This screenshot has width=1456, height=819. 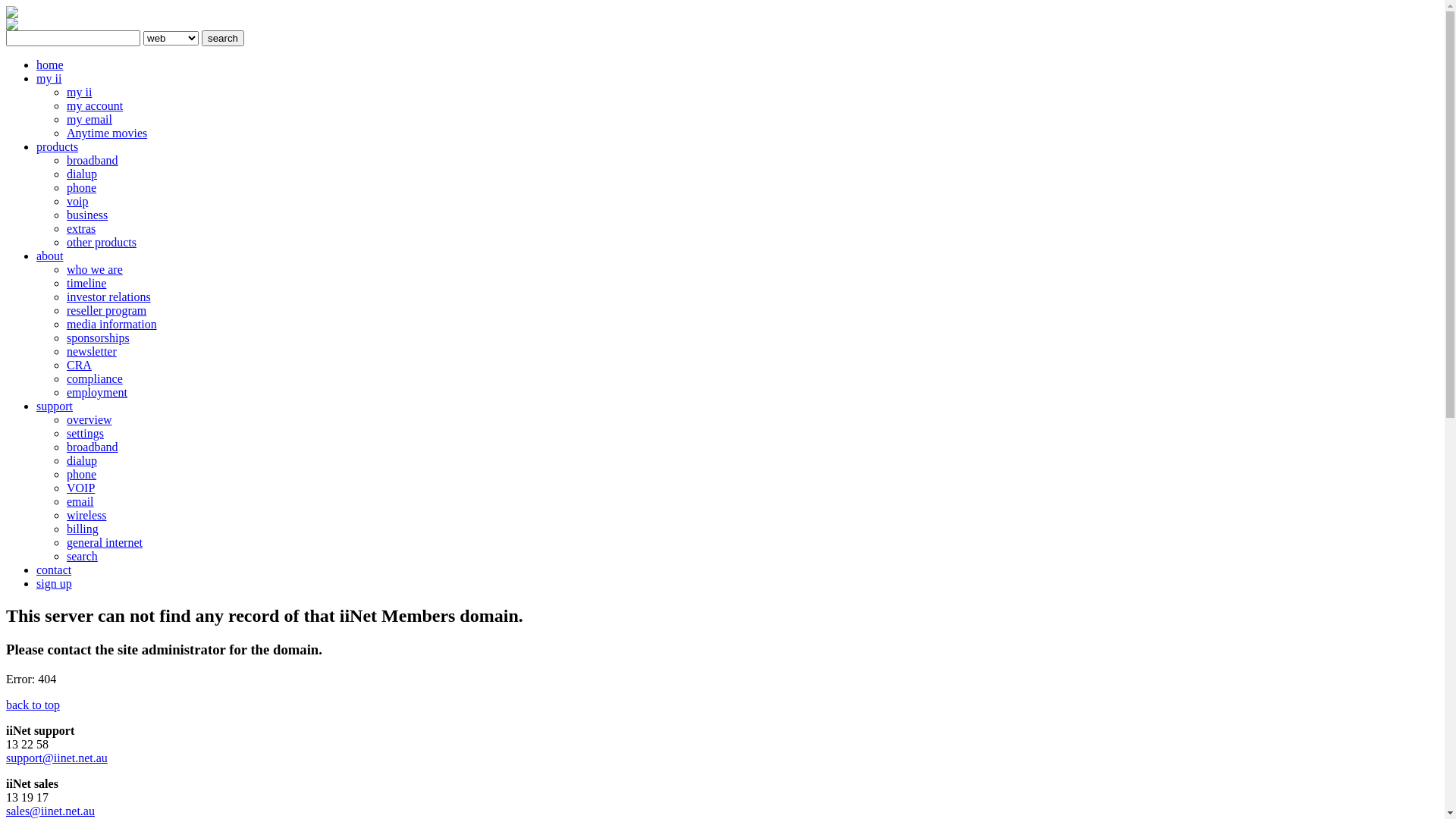 What do you see at coordinates (80, 473) in the screenshot?
I see `'phone'` at bounding box center [80, 473].